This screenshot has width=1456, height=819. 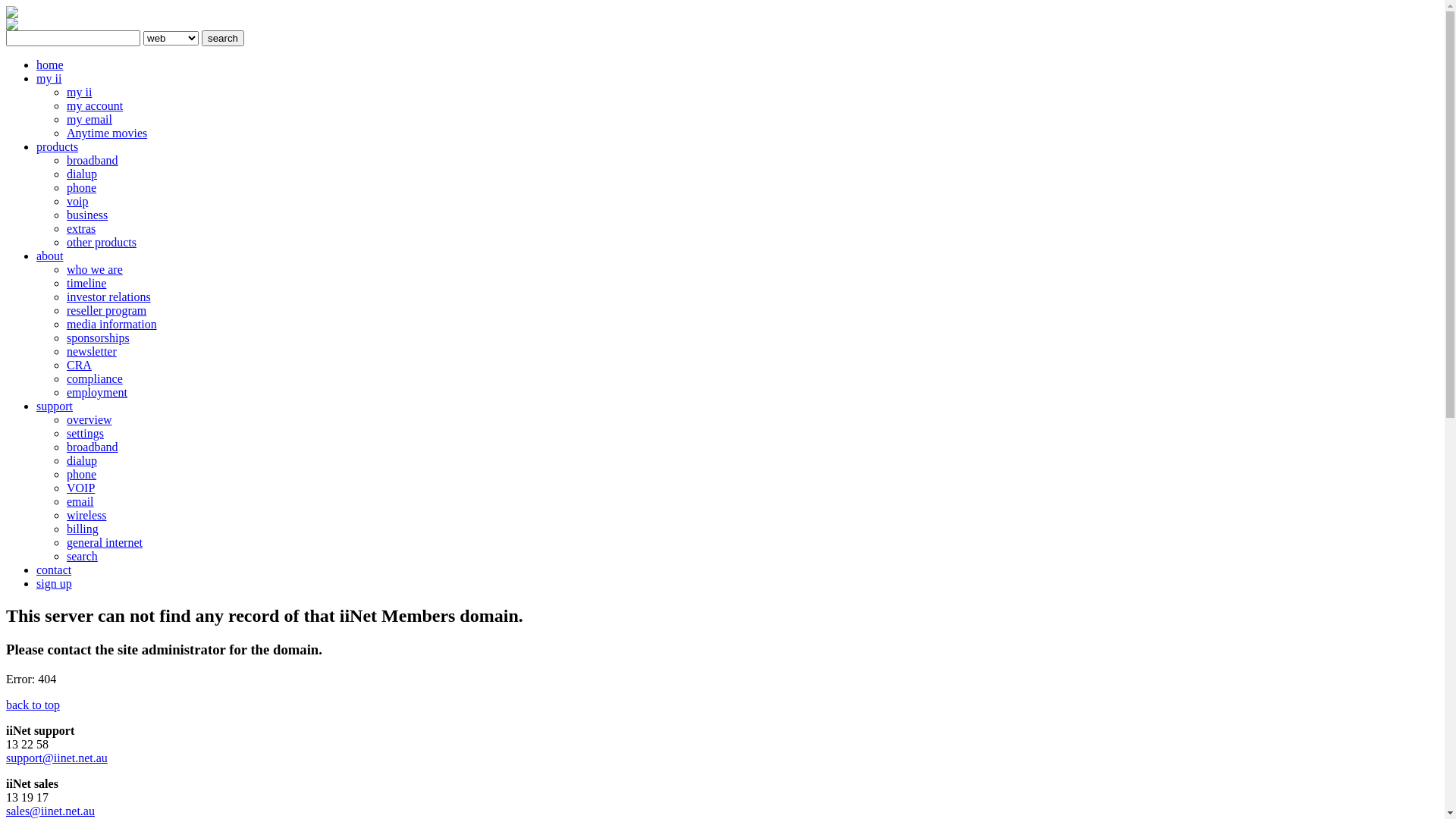 What do you see at coordinates (80, 473) in the screenshot?
I see `'phone'` at bounding box center [80, 473].